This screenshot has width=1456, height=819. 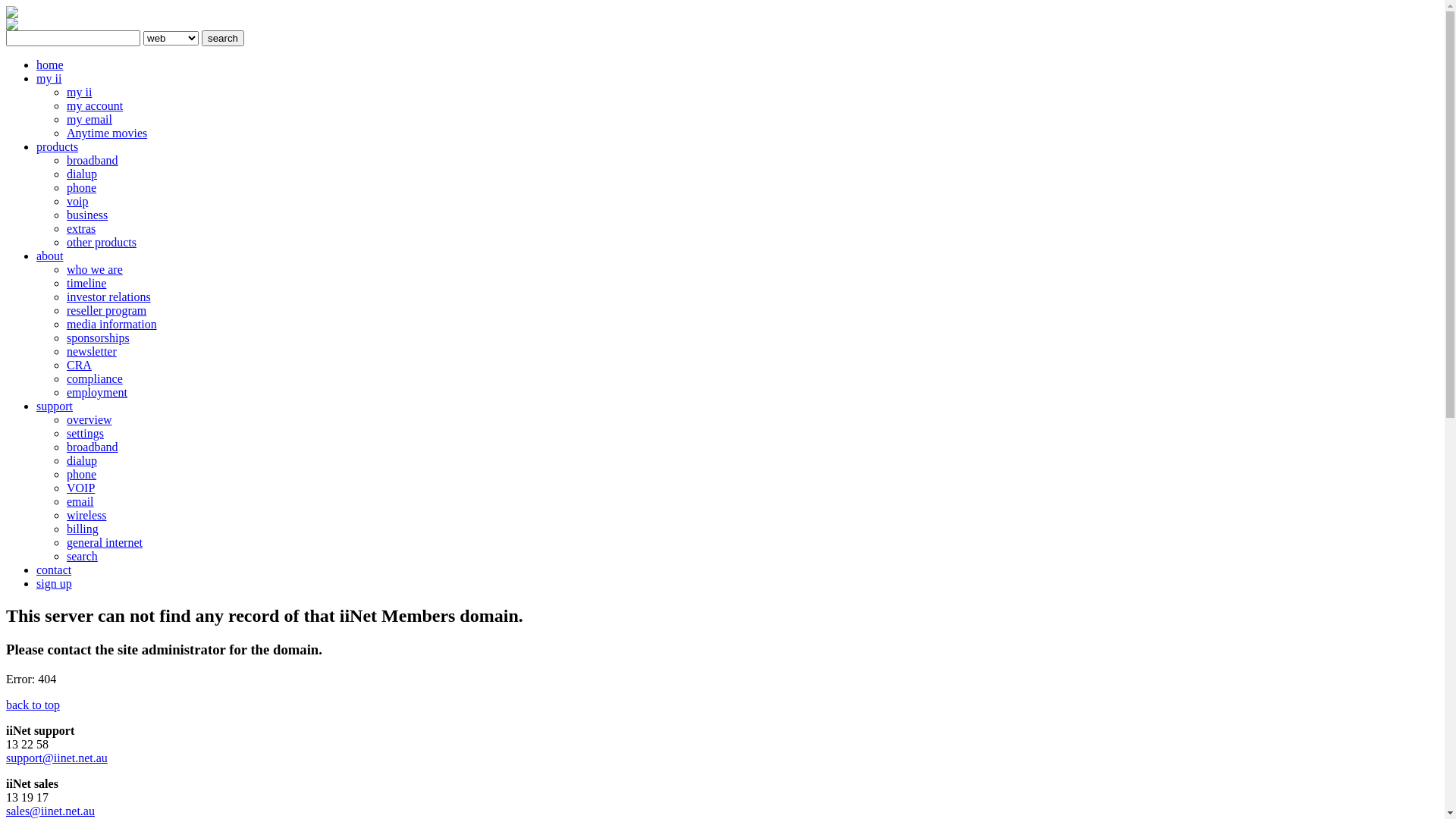 What do you see at coordinates (80, 473) in the screenshot?
I see `'phone'` at bounding box center [80, 473].